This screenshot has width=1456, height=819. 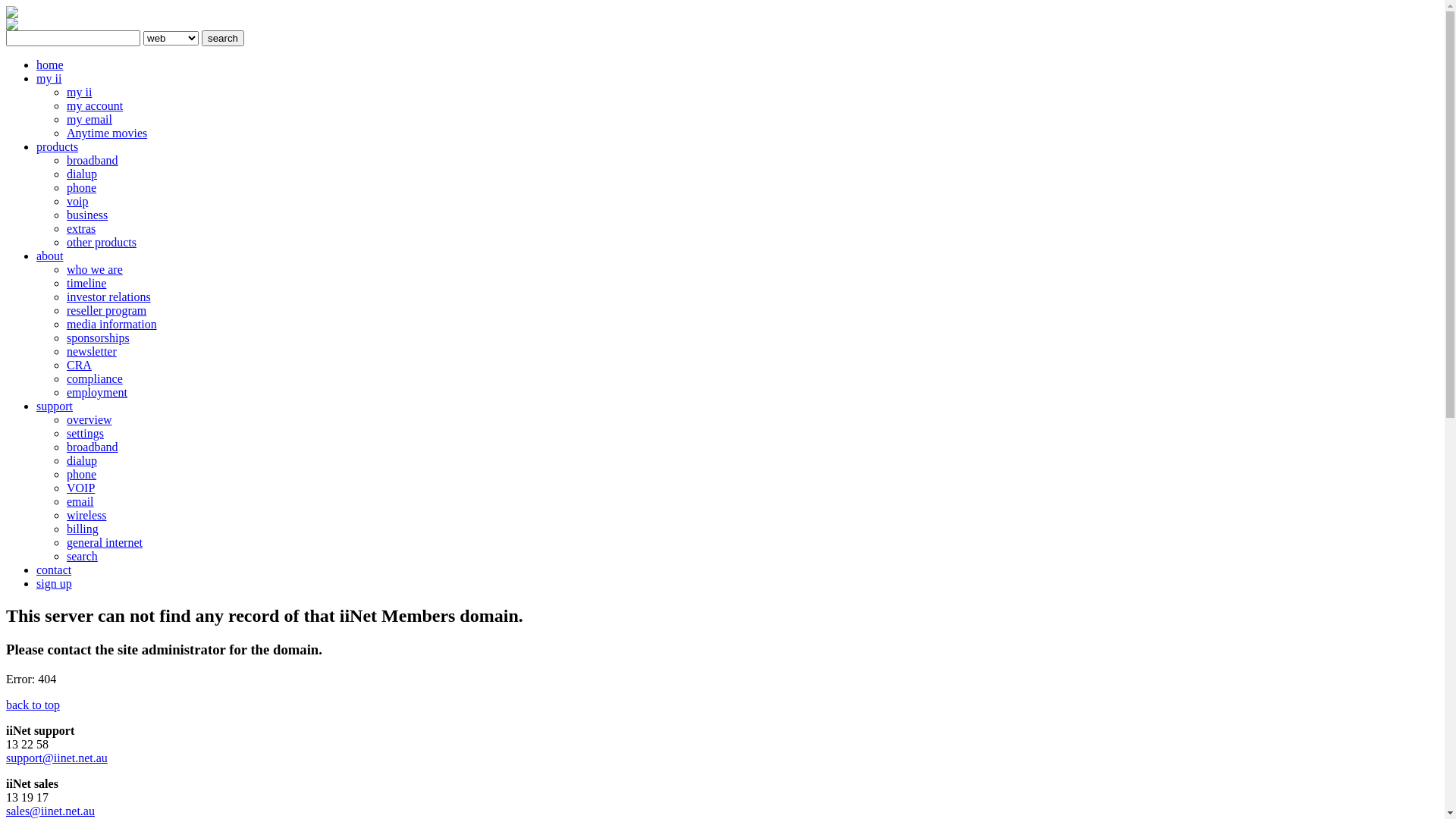 What do you see at coordinates (80, 473) in the screenshot?
I see `'phone'` at bounding box center [80, 473].